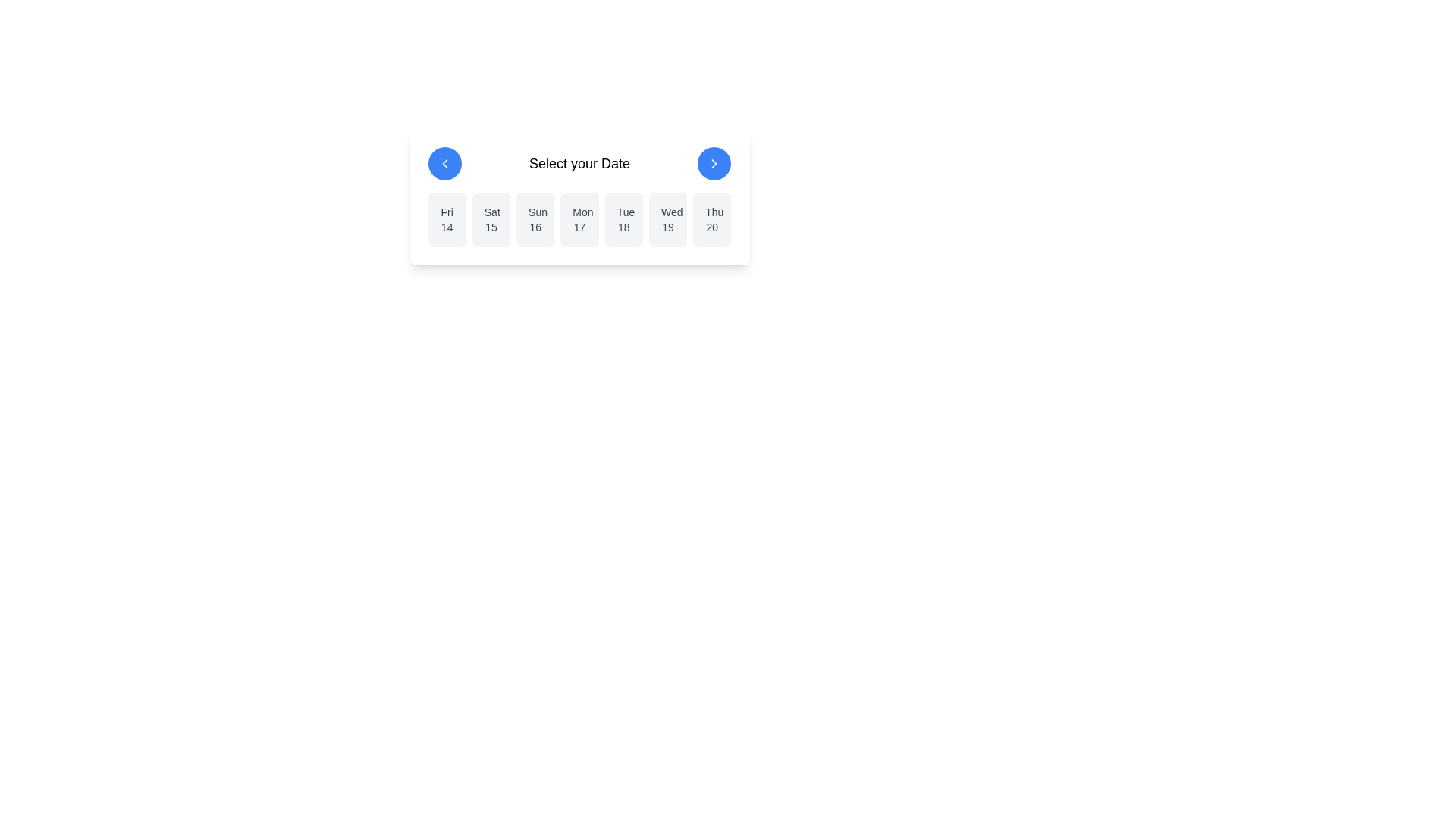 The width and height of the screenshot is (1456, 819). I want to click on a date in the Date Picker Widget, so click(579, 196).